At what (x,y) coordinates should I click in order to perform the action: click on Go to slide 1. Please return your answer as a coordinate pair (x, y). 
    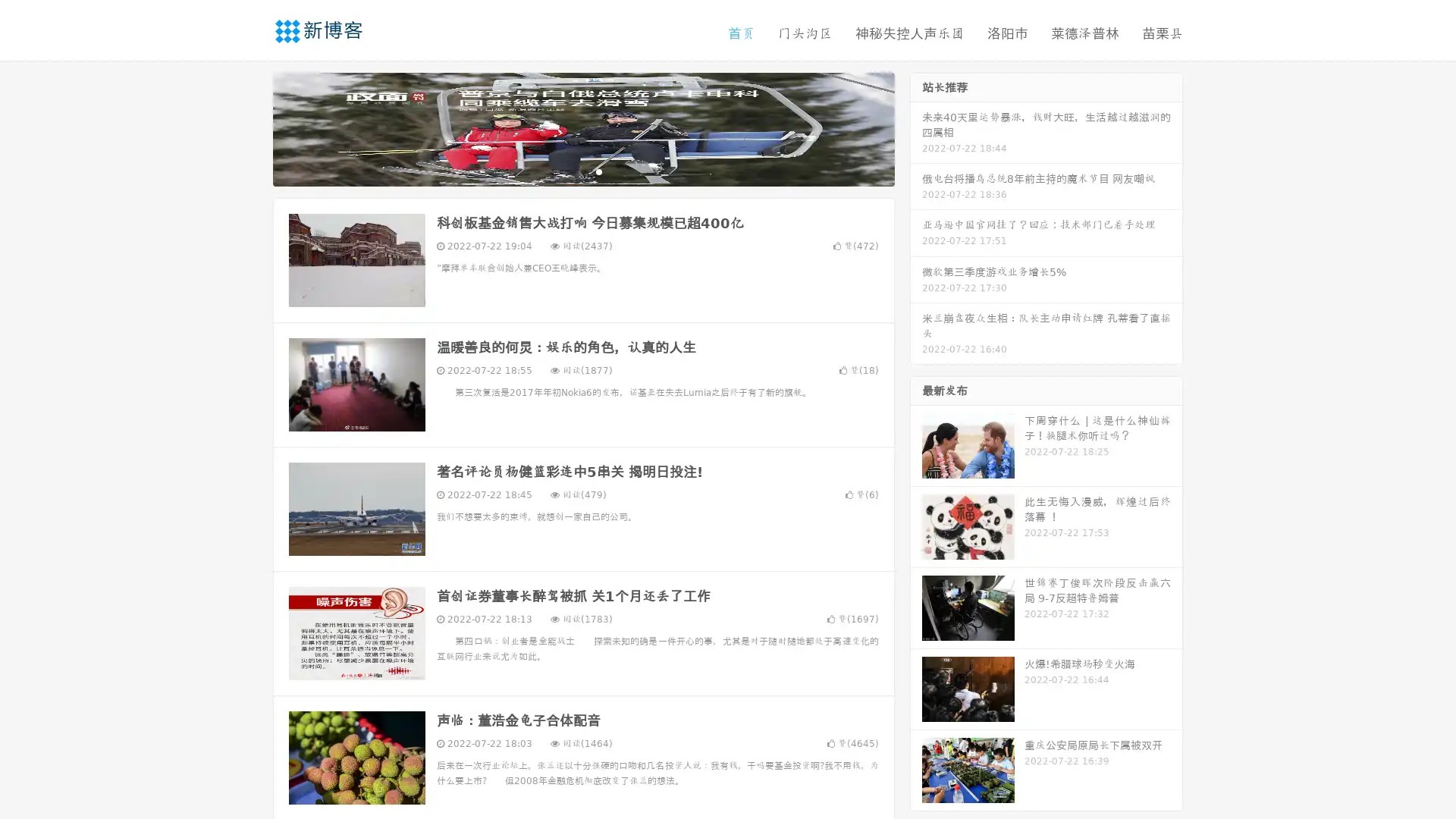
    Looking at the image, I should click on (567, 171).